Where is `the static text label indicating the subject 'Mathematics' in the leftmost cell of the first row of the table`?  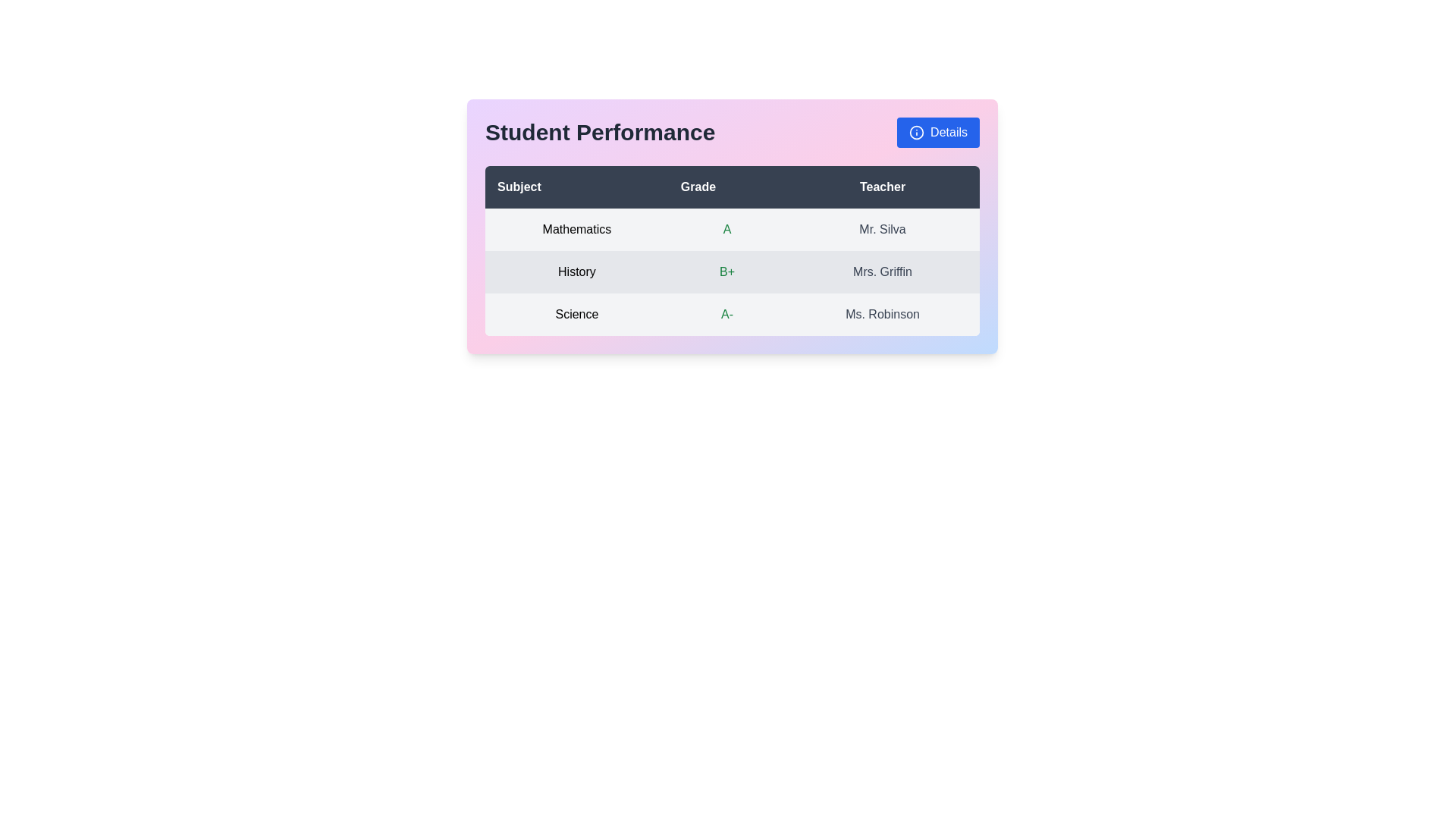 the static text label indicating the subject 'Mathematics' in the leftmost cell of the first row of the table is located at coordinates (576, 230).